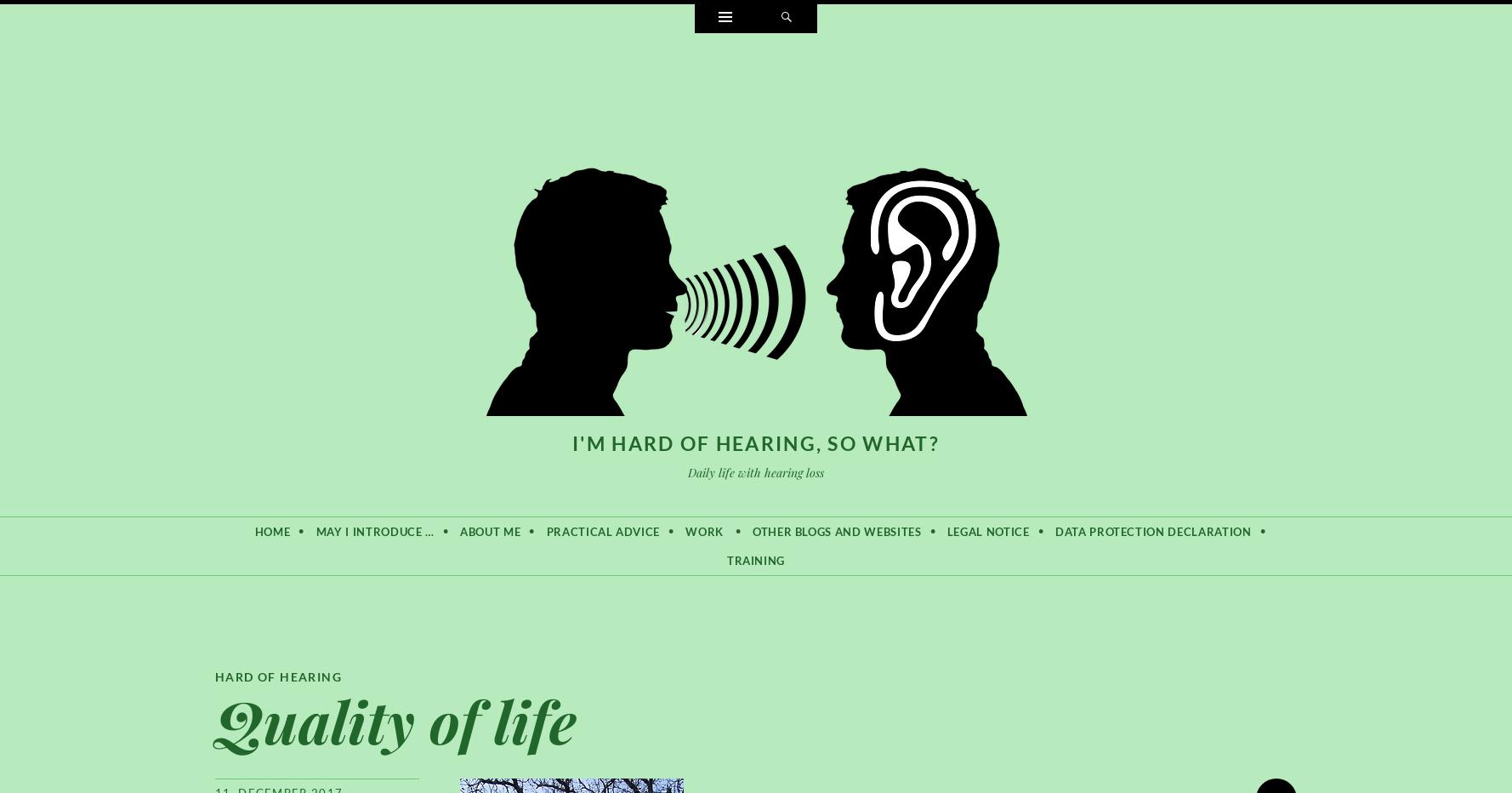 This screenshot has width=1512, height=793. What do you see at coordinates (271, 529) in the screenshot?
I see `'Home'` at bounding box center [271, 529].